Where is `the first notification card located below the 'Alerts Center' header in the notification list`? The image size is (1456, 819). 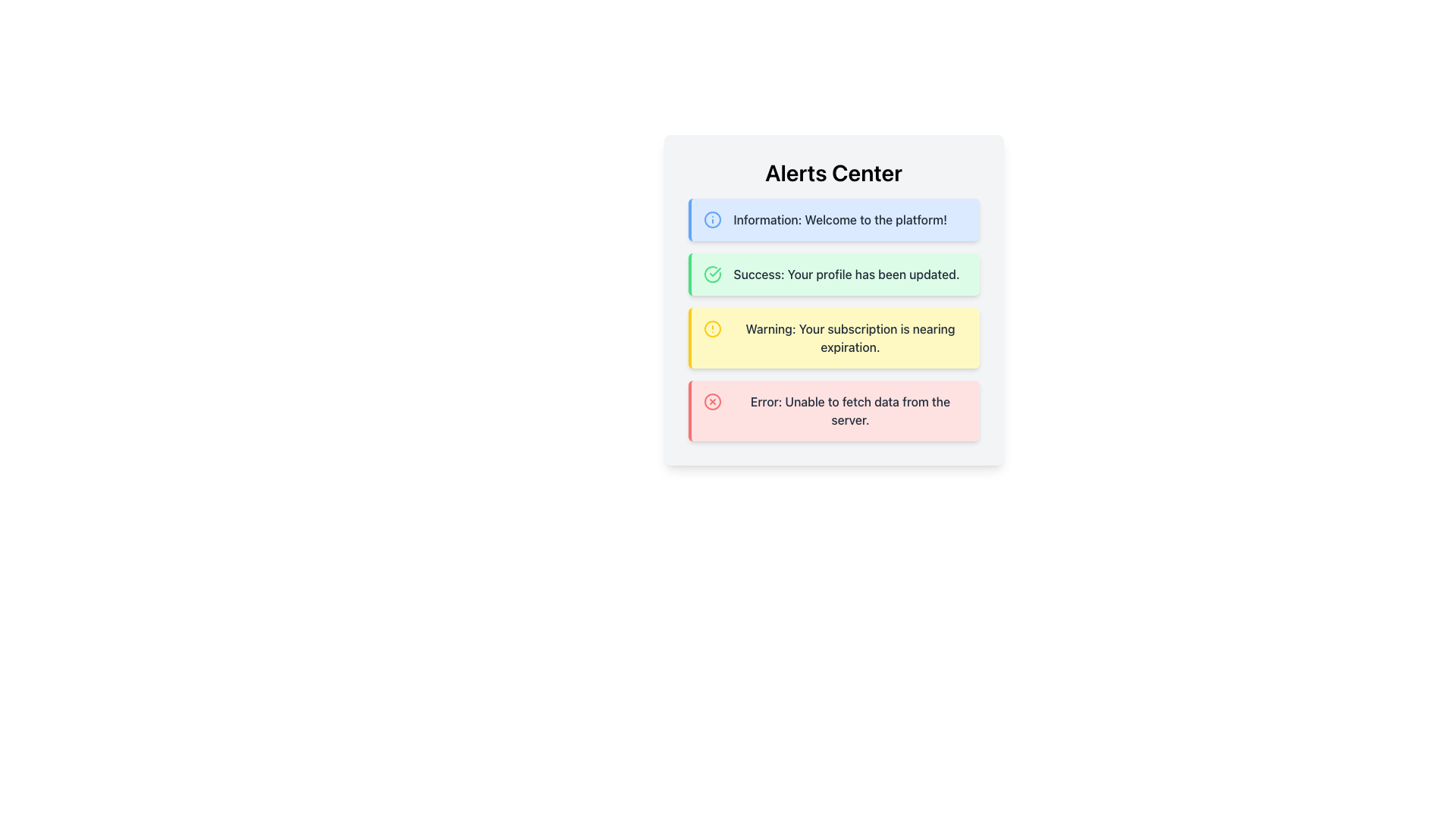
the first notification card located below the 'Alerts Center' header in the notification list is located at coordinates (833, 219).